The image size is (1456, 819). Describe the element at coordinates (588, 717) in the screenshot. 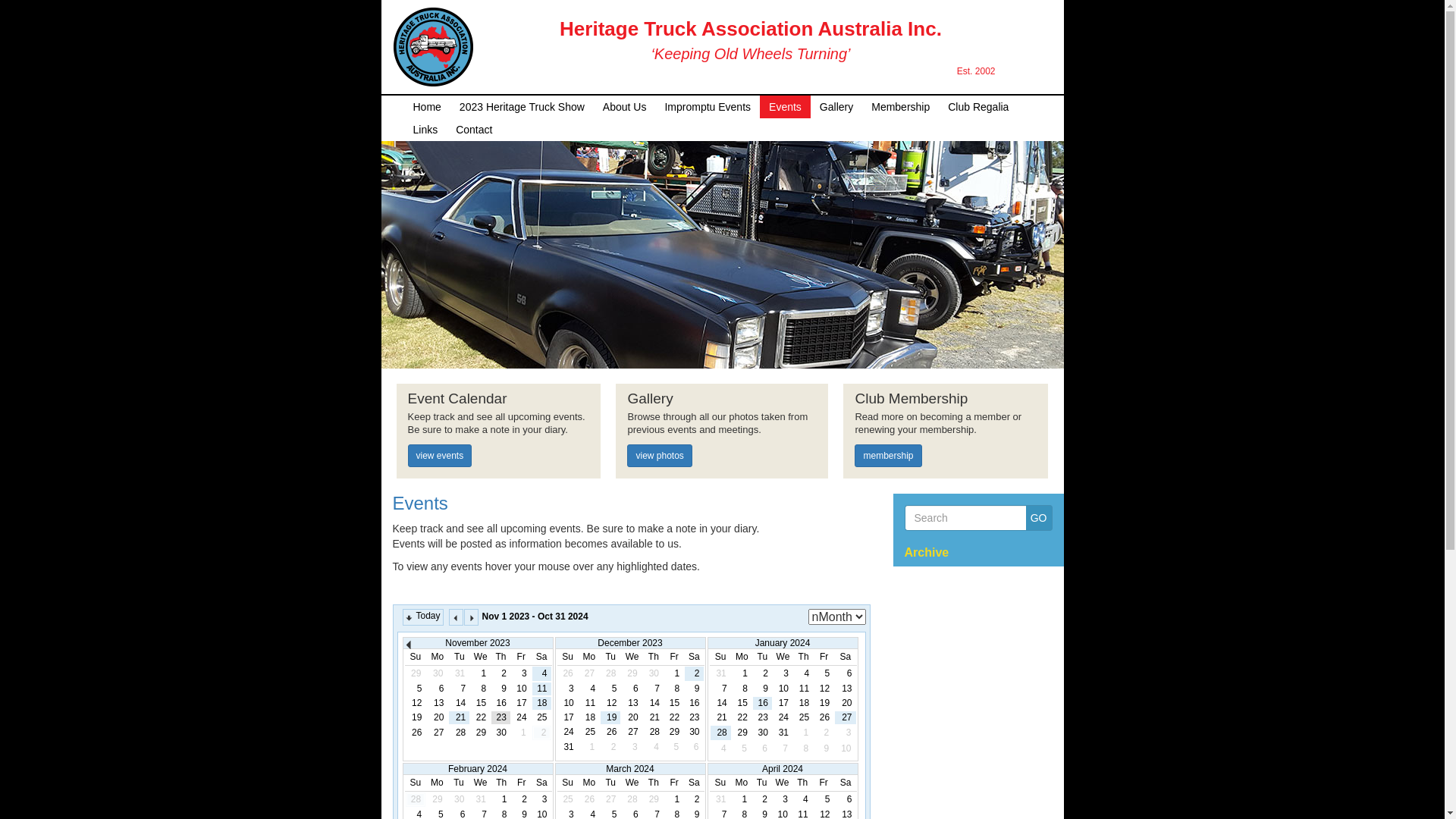

I see `'18'` at that location.